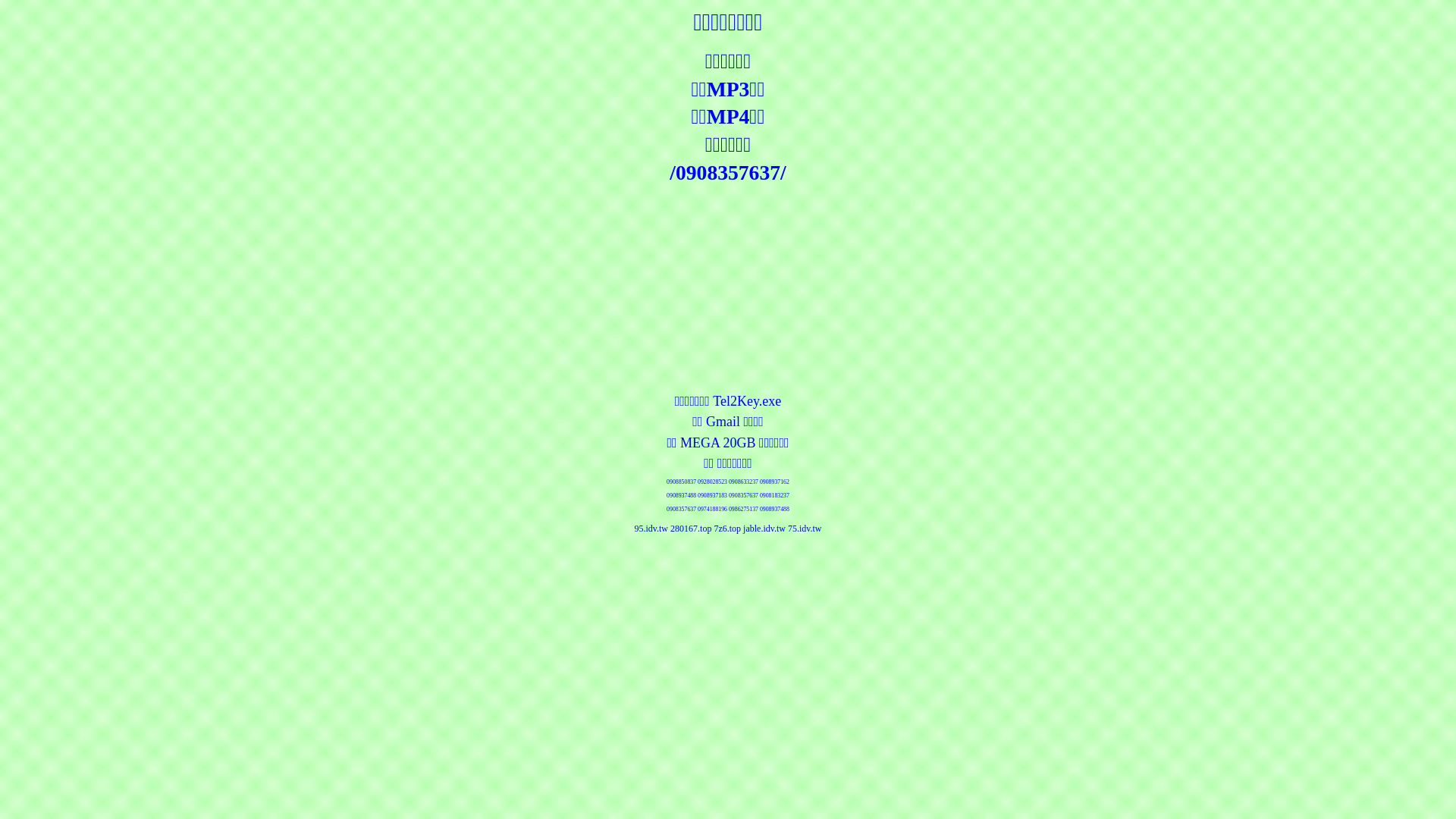 This screenshot has width=1456, height=819. I want to click on '75.idv.tw', so click(804, 528).